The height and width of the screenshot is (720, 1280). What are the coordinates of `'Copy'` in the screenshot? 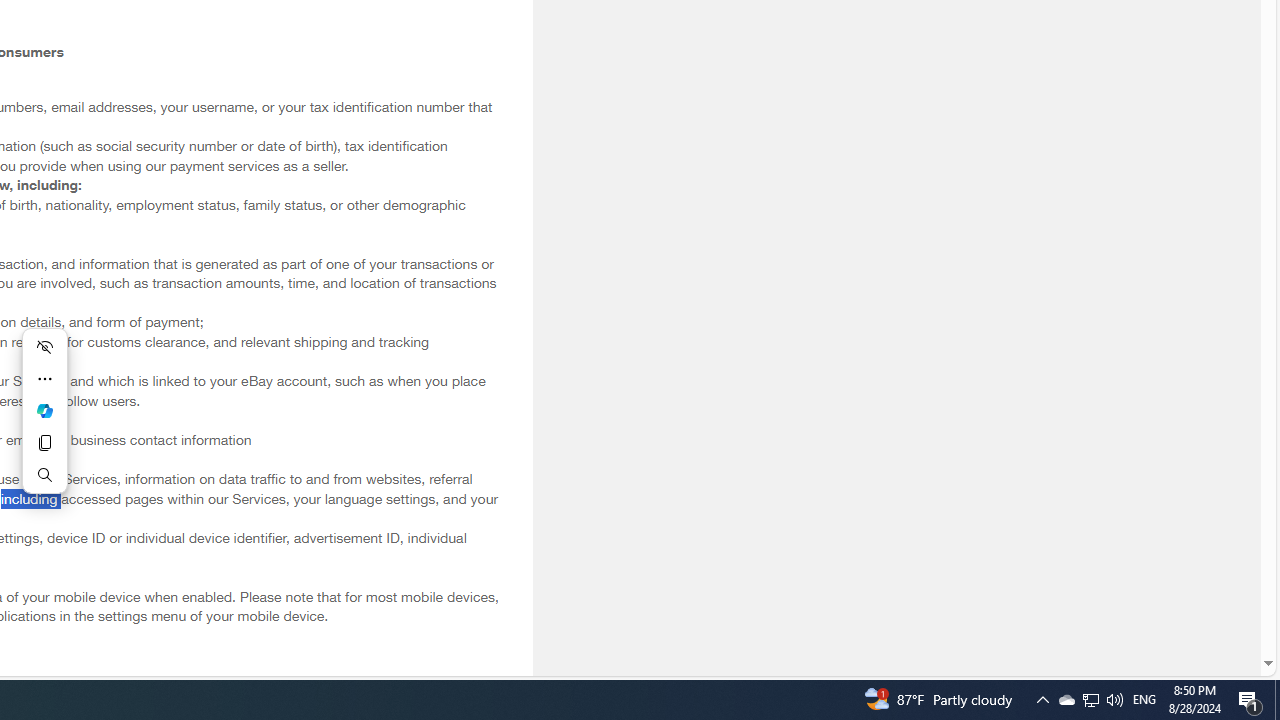 It's located at (44, 442).